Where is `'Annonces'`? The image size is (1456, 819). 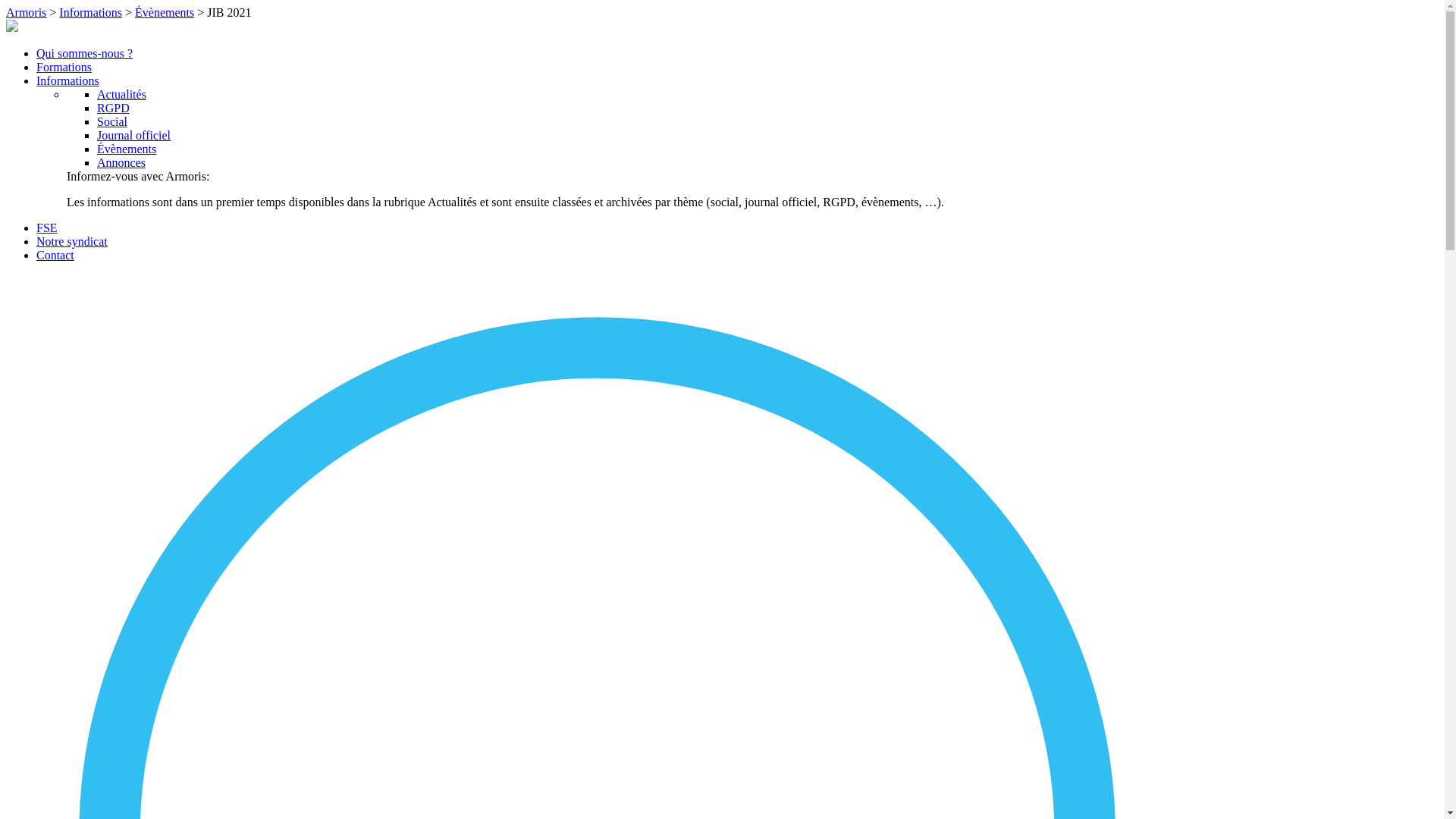
'Annonces' is located at coordinates (120, 162).